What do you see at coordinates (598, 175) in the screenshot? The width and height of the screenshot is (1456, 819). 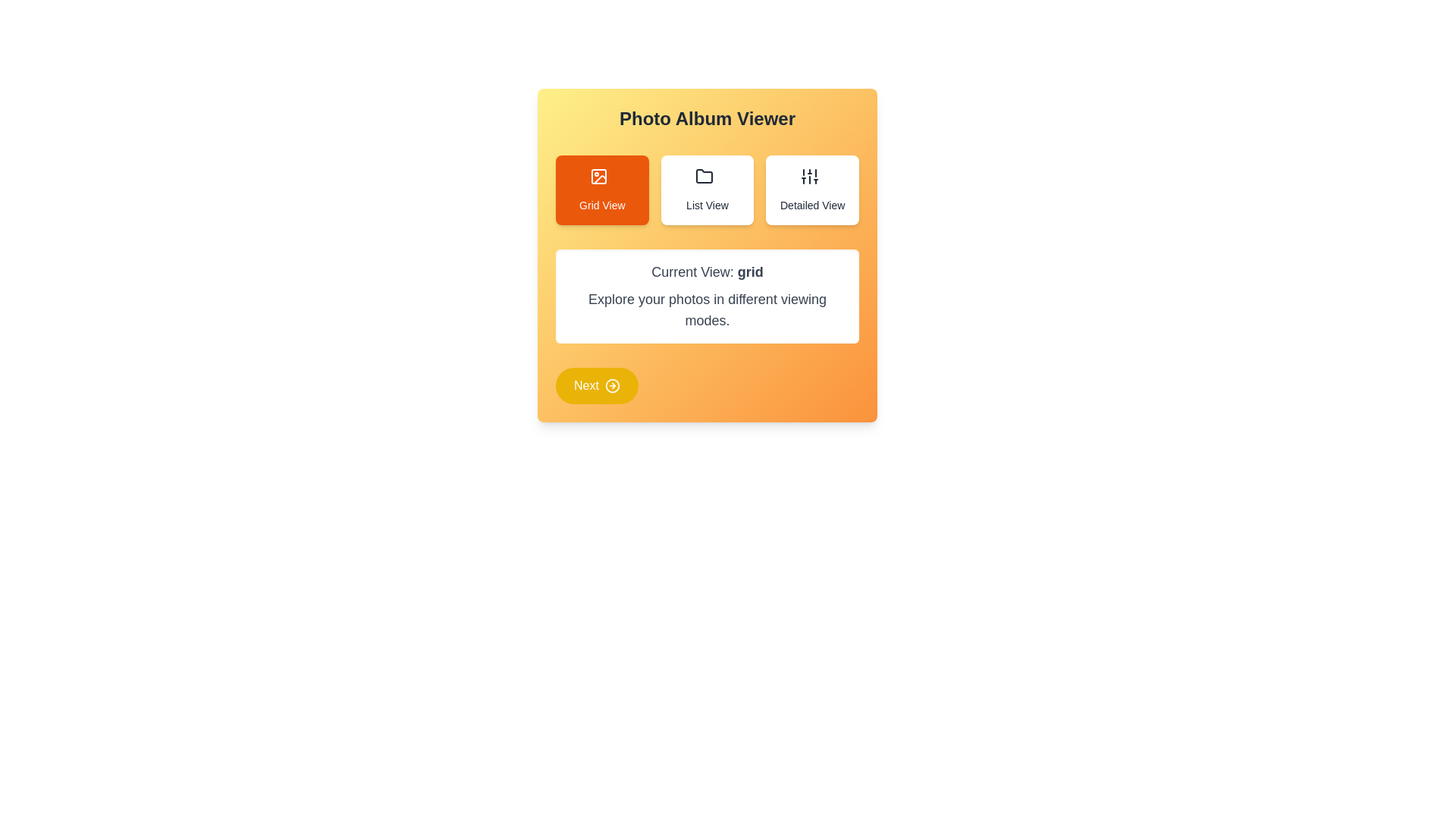 I see `the icon resembling an image symbol with an orange background located in the first button of the 'Photo Album Viewer' panel` at bounding box center [598, 175].